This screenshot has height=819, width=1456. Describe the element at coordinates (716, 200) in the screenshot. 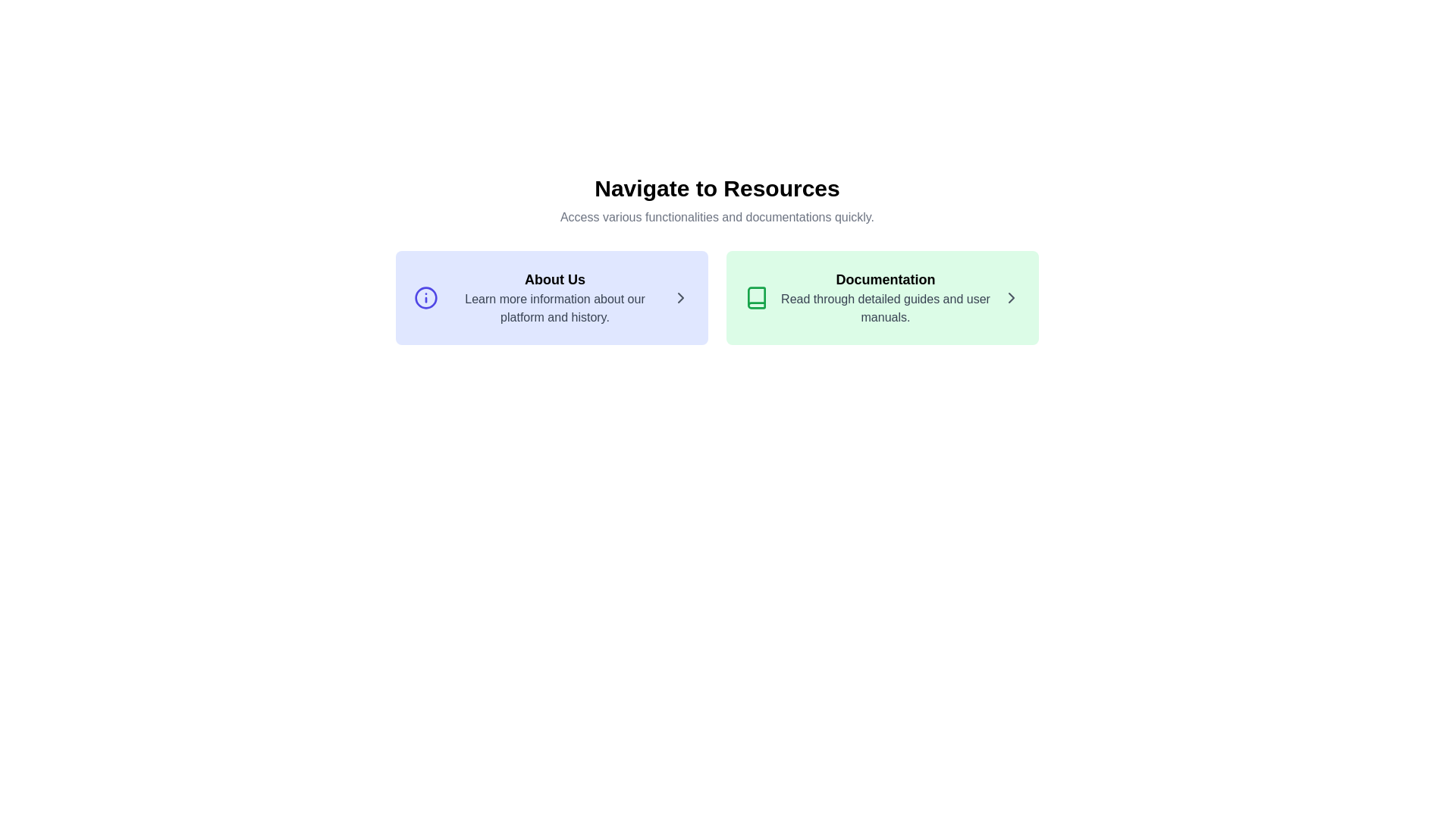

I see `text block that says 'Navigate to Resources' and 'Access various functionalities and documentations quickly.'` at that location.